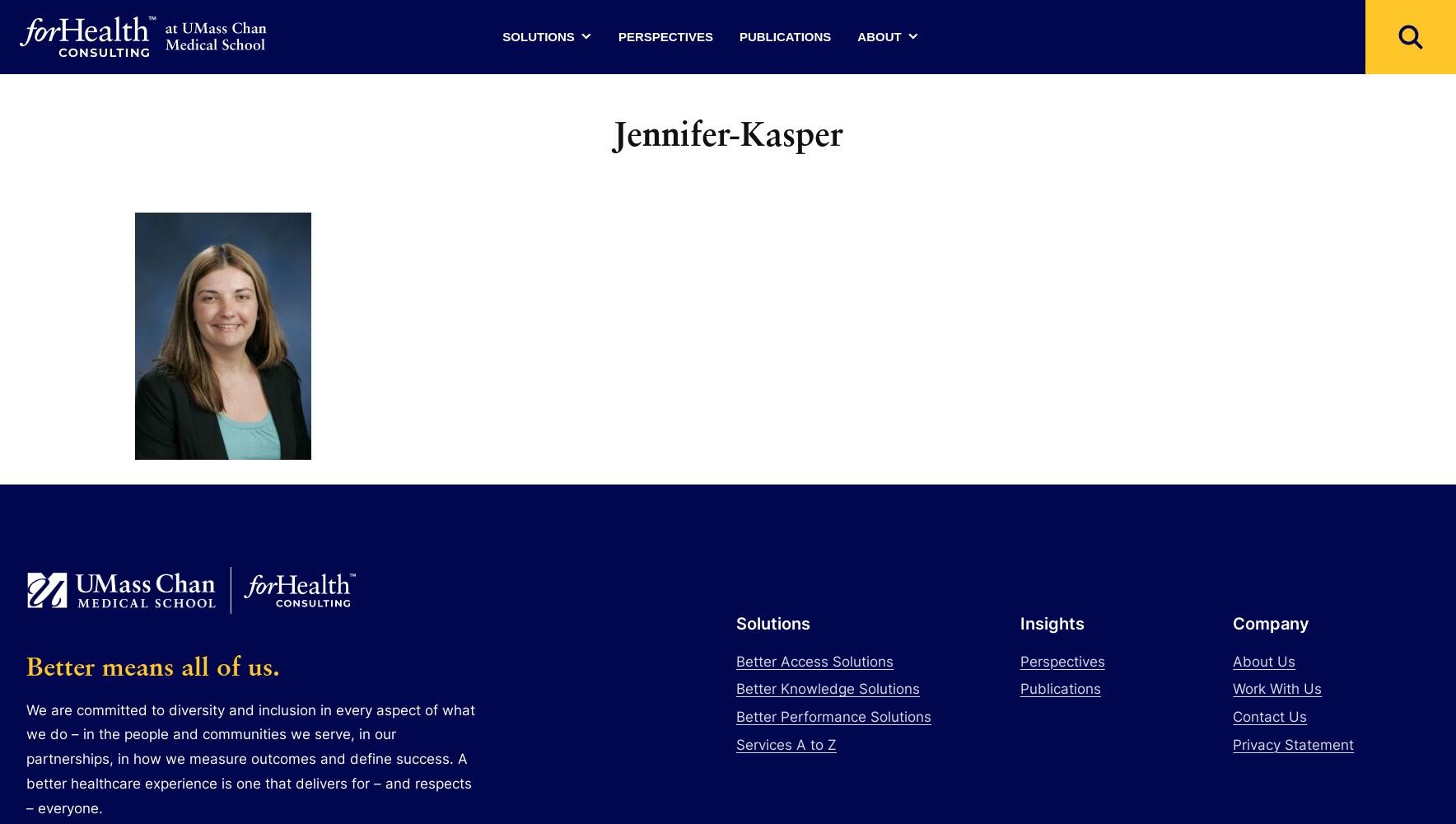 The image size is (1456, 824). What do you see at coordinates (814, 661) in the screenshot?
I see `'Better Access Solutions'` at bounding box center [814, 661].